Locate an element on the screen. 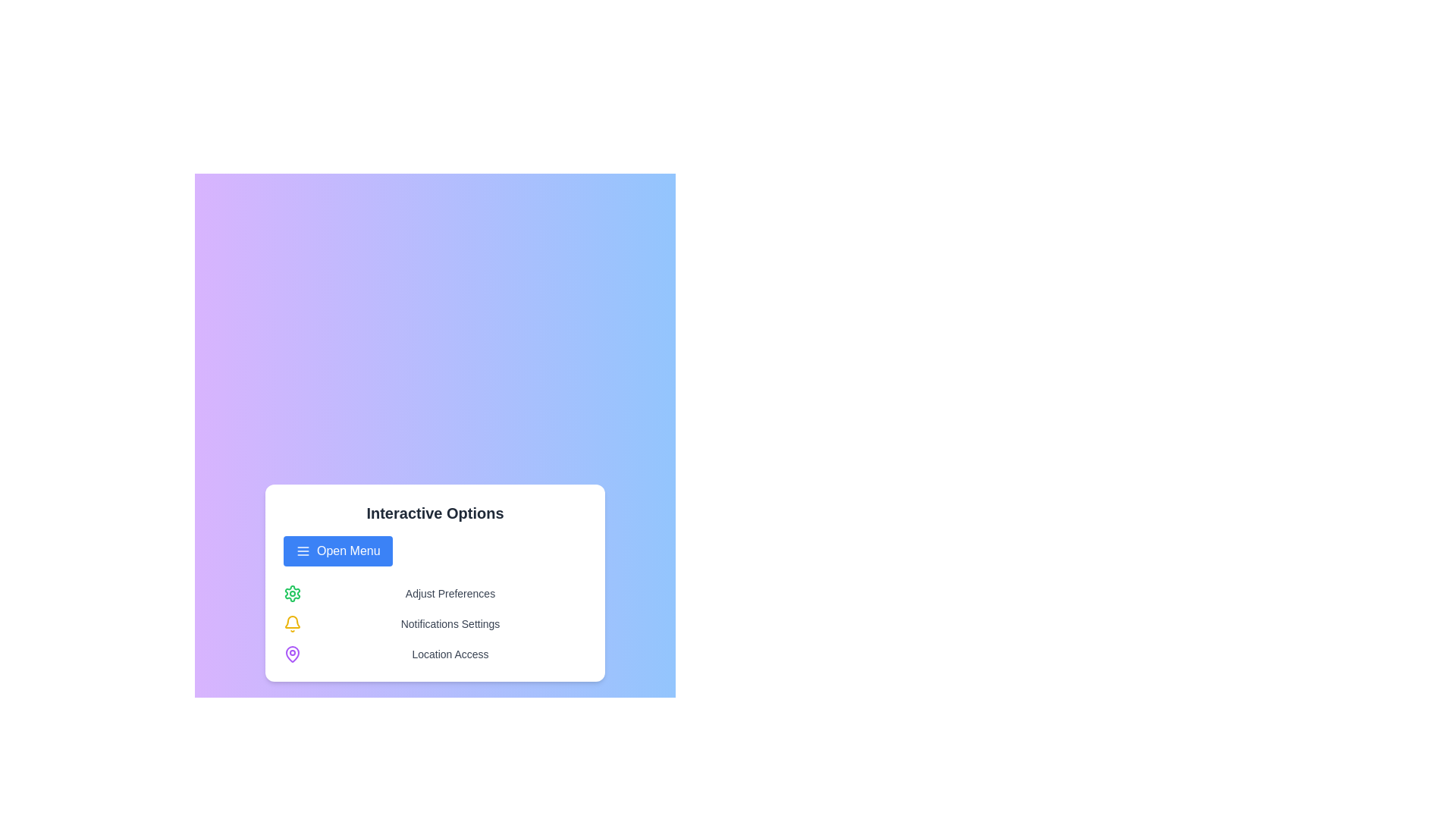 The height and width of the screenshot is (819, 1456). the label for Notifications Settings, which is positioned in the Interactive Options submenu, below 'Adjust Preferences' and above 'Location Access' is located at coordinates (450, 623).